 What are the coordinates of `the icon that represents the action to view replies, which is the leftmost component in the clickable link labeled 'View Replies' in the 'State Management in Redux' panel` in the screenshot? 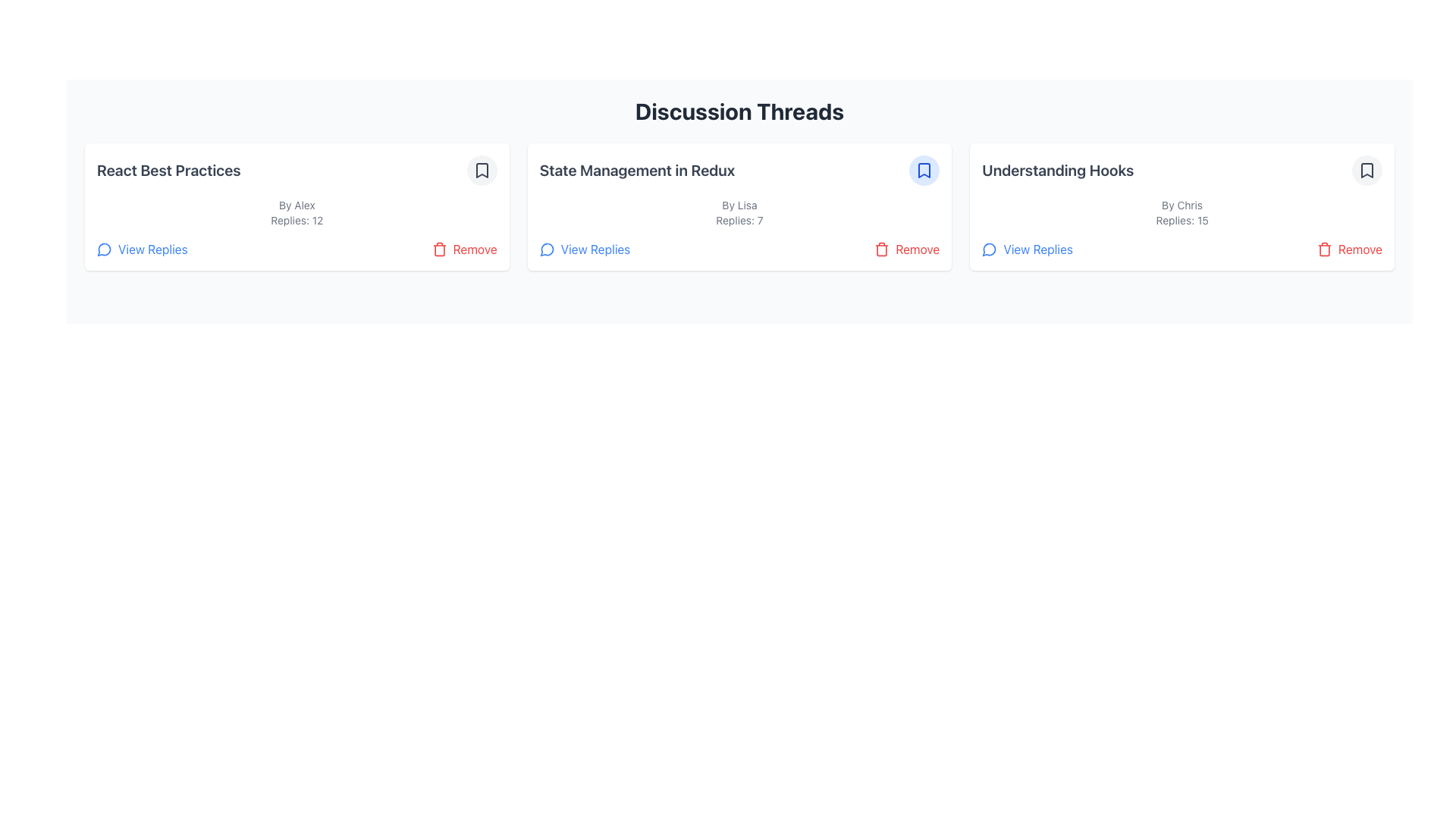 It's located at (546, 248).